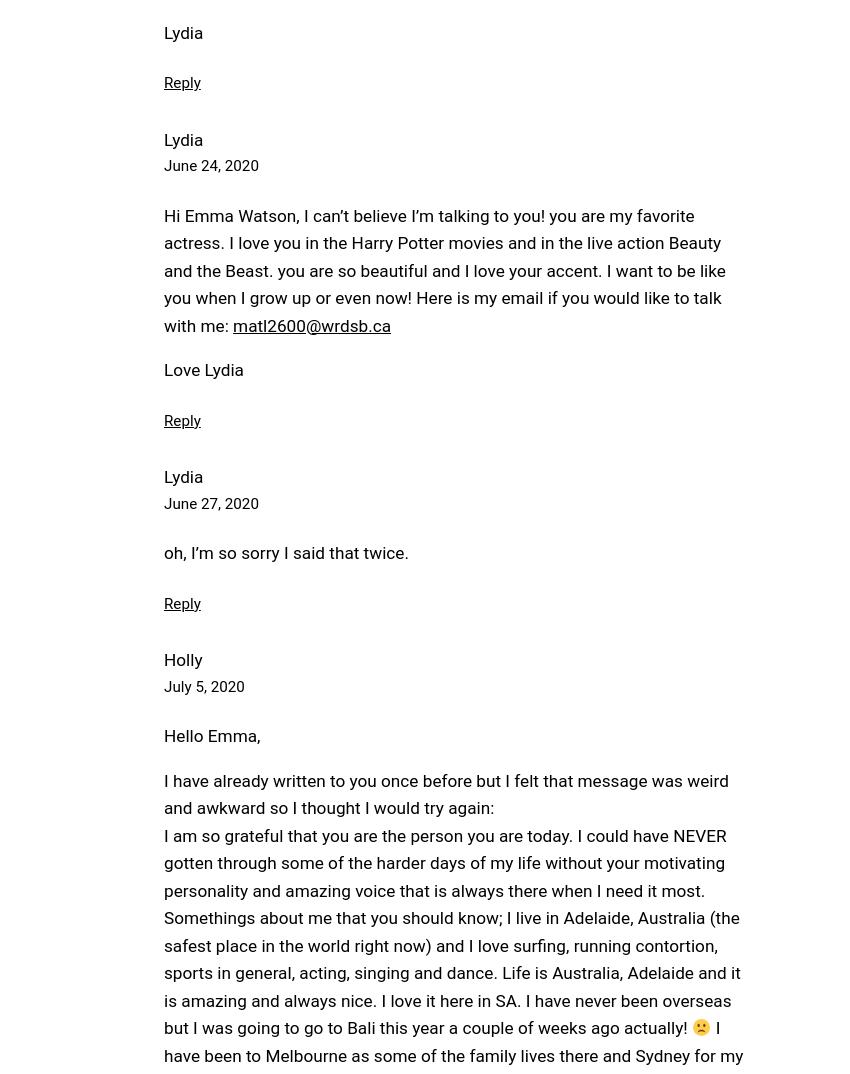 Image resolution: width=850 pixels, height=1074 pixels. I want to click on 'June 27, 2020', so click(209, 502).